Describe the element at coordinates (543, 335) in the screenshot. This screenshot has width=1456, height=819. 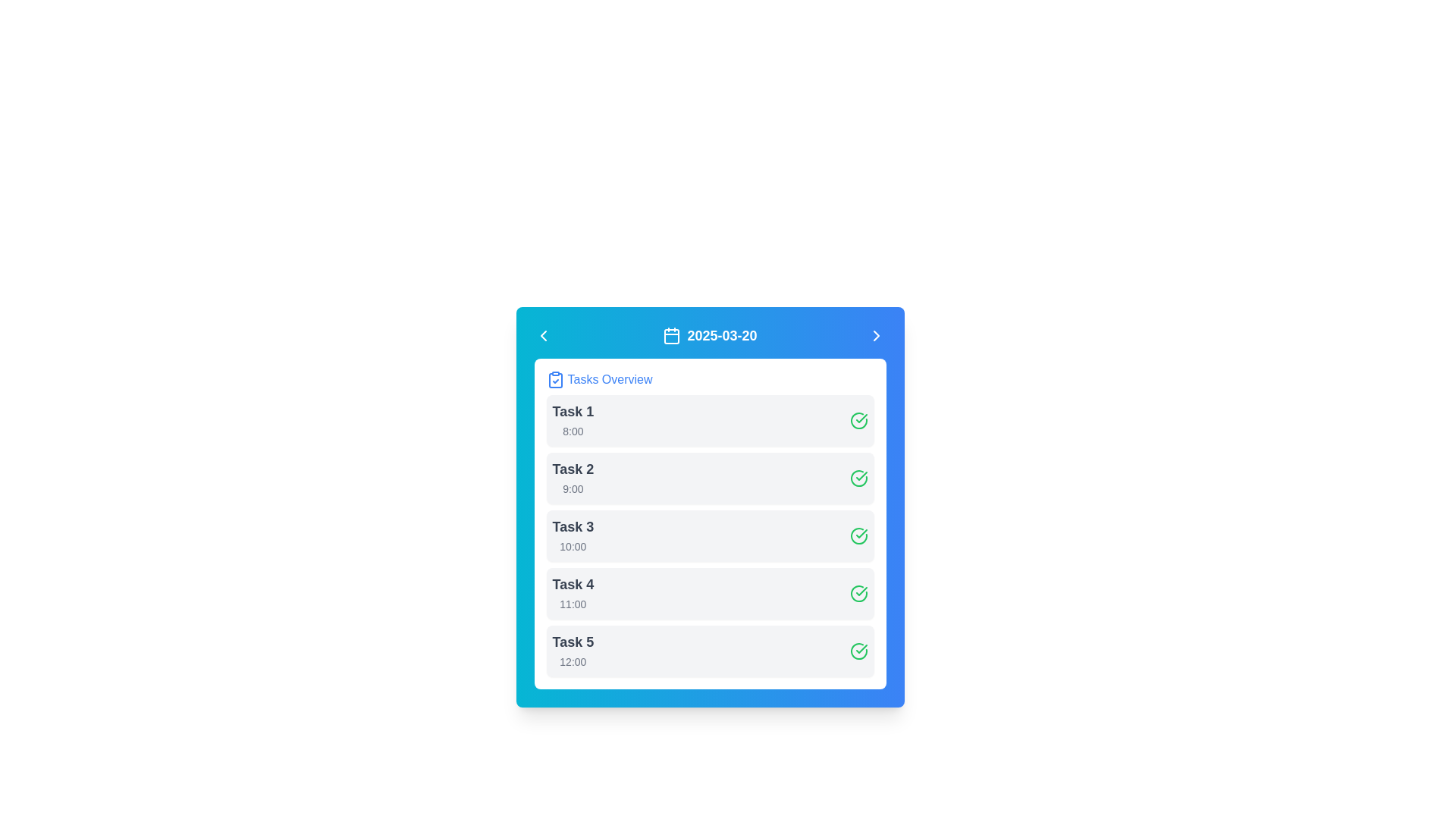
I see `the left-pointing chevron icon button located at the top-left corner of the header bar` at that location.